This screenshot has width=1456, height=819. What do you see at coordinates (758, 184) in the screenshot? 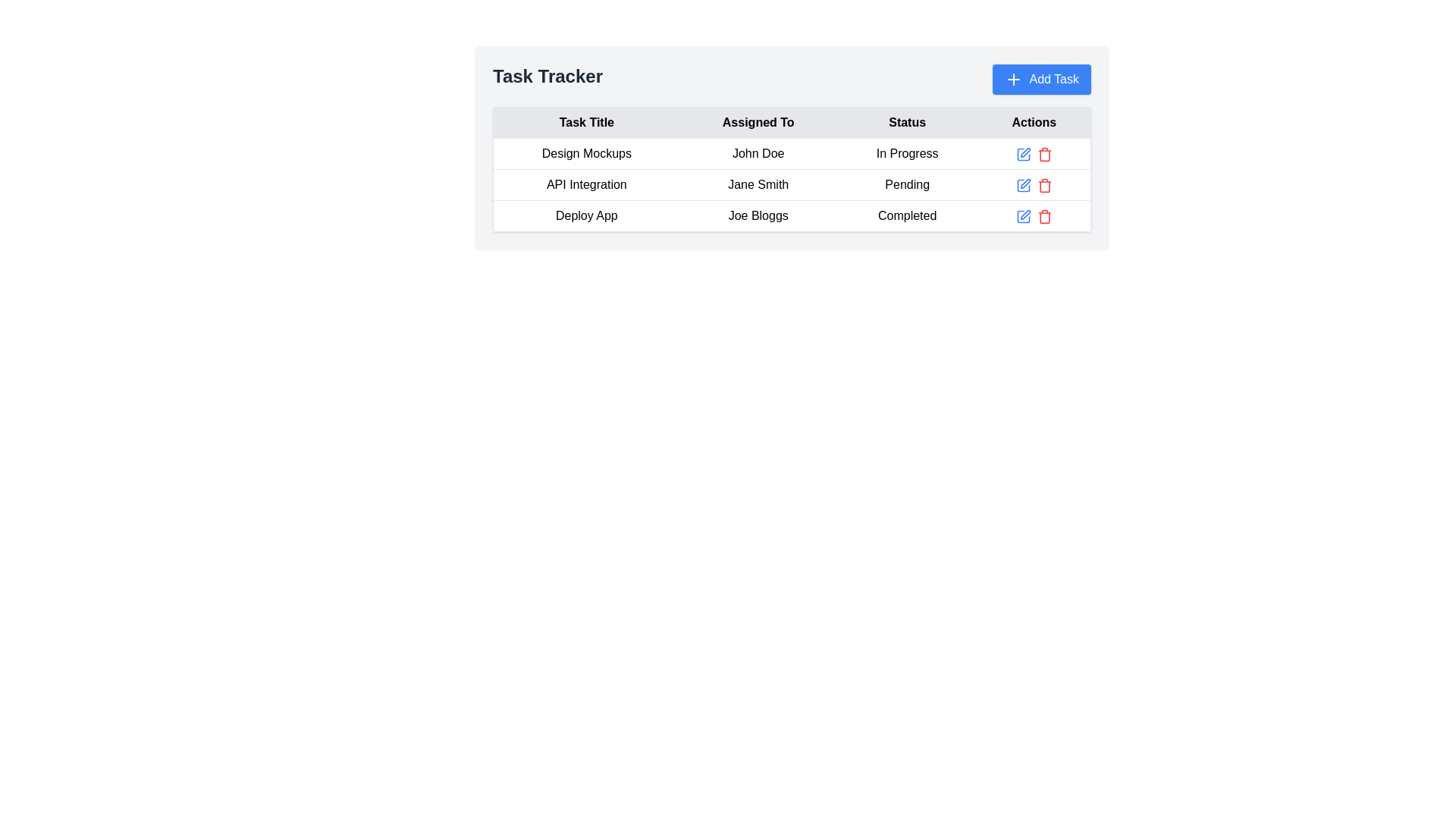
I see `the text component displaying 'Jane Smith' in the second row of the data table under the 'Assigned To' column` at bounding box center [758, 184].